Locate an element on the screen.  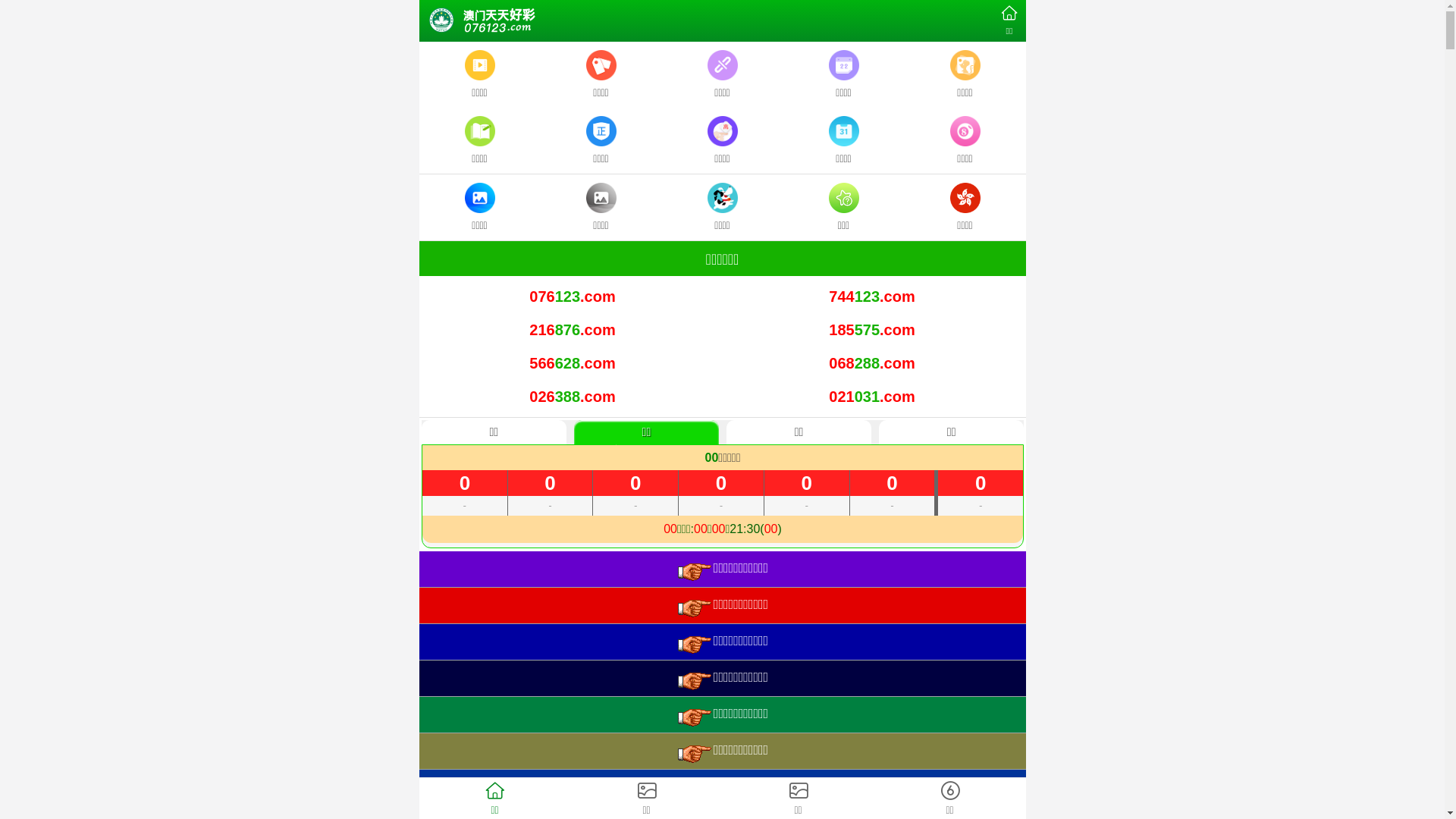
'076123.com' is located at coordinates (572, 297).